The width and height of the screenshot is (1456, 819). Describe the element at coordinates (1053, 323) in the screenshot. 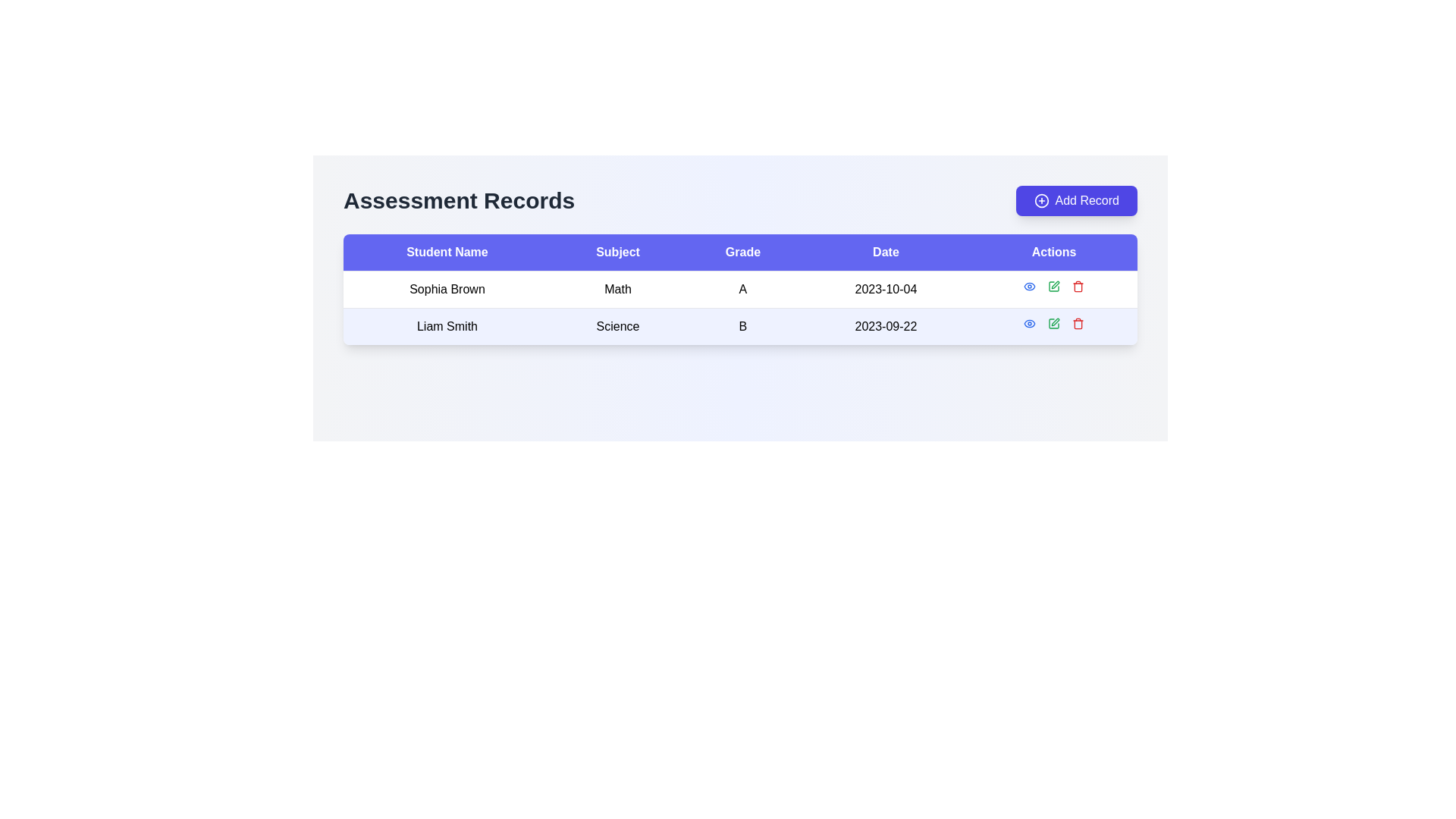

I see `the green pencil icon in the 'Actions' column of the second row to initiate editing for 'Liam Smith's assessment record` at that location.